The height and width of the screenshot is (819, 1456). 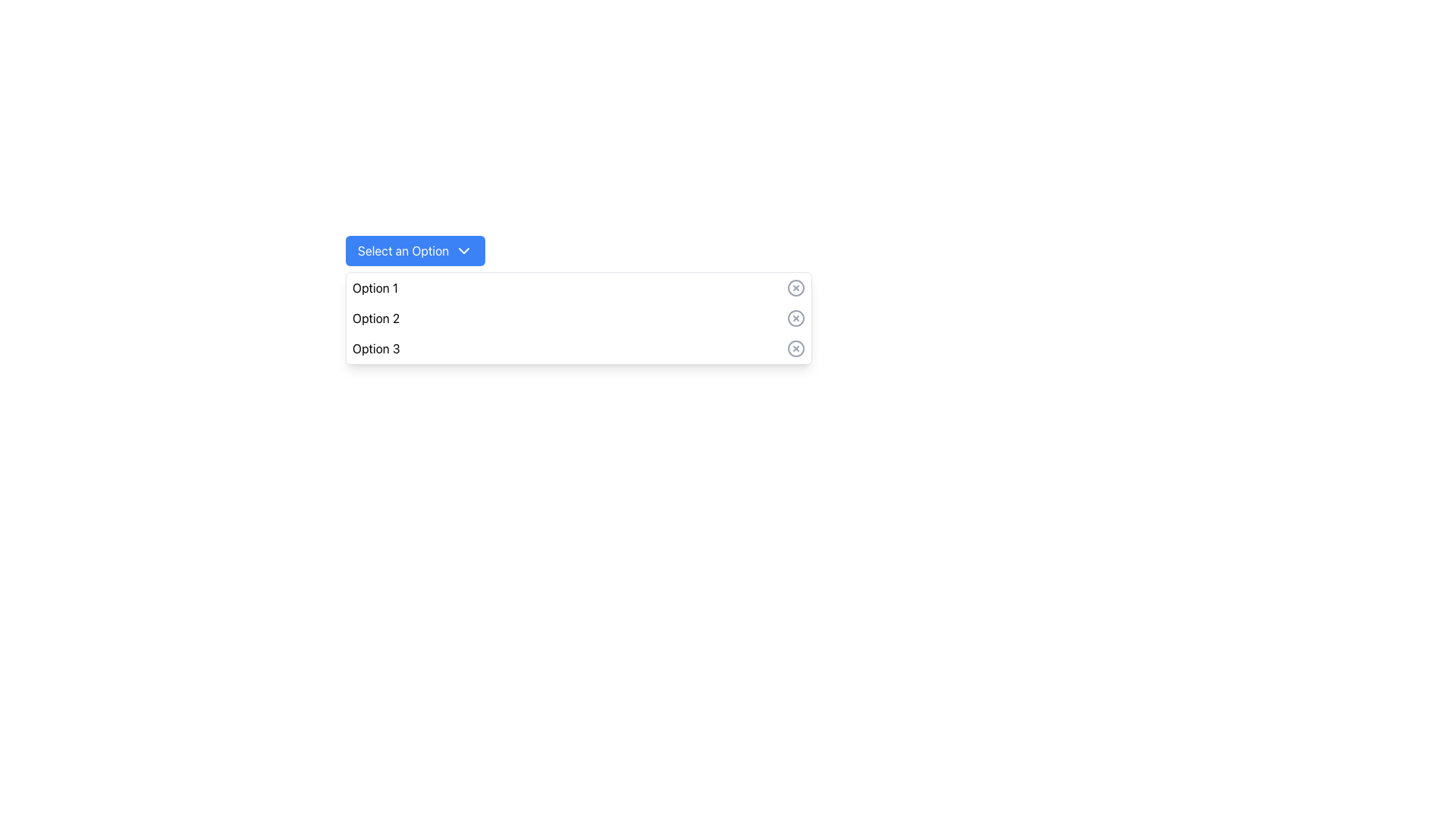 I want to click on the first item in the dropdown menu labeled 'Option 1', so click(x=578, y=288).